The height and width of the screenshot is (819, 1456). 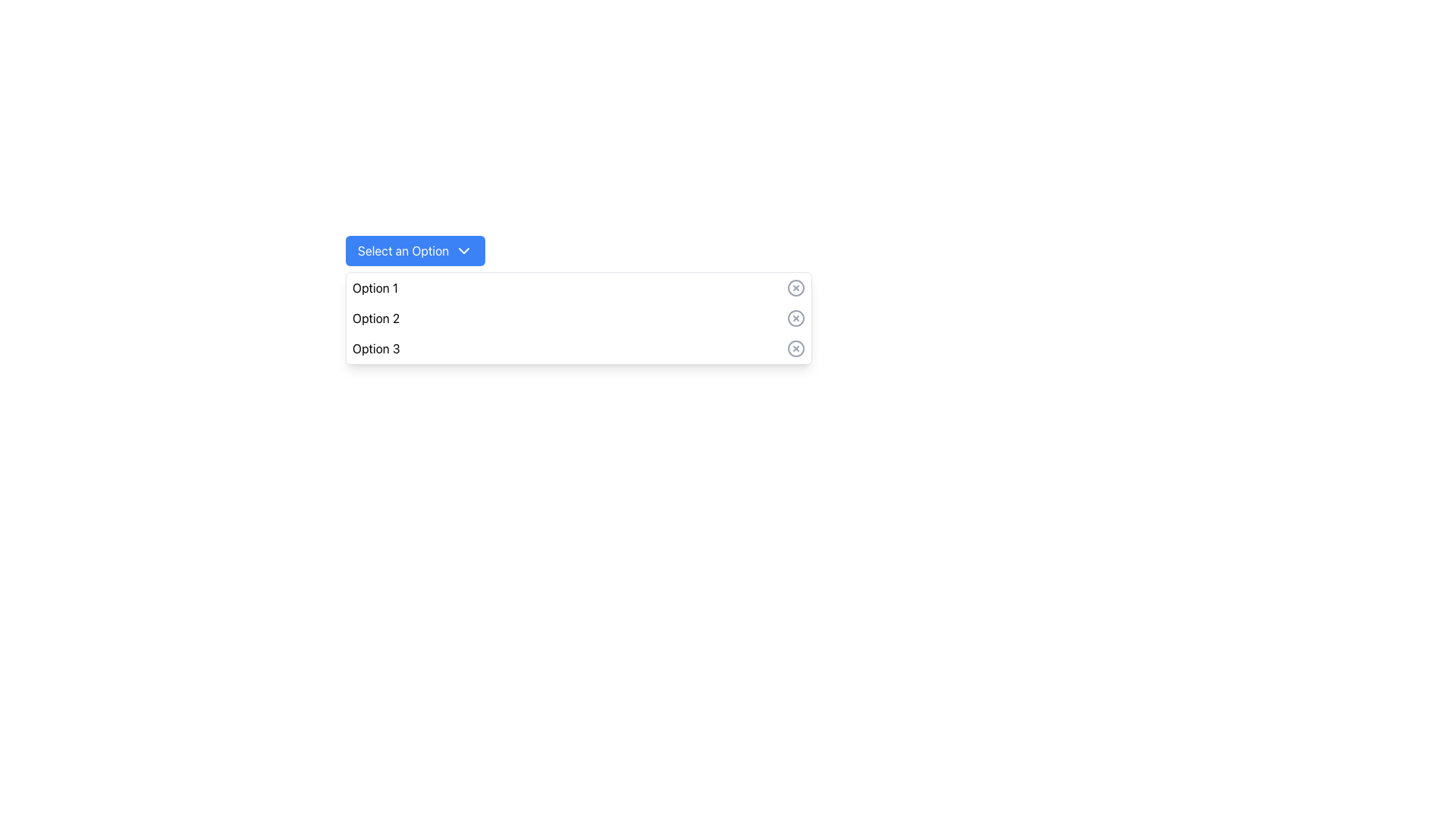 I want to click on the first item in the dropdown menu labeled 'Option 1', so click(x=578, y=288).